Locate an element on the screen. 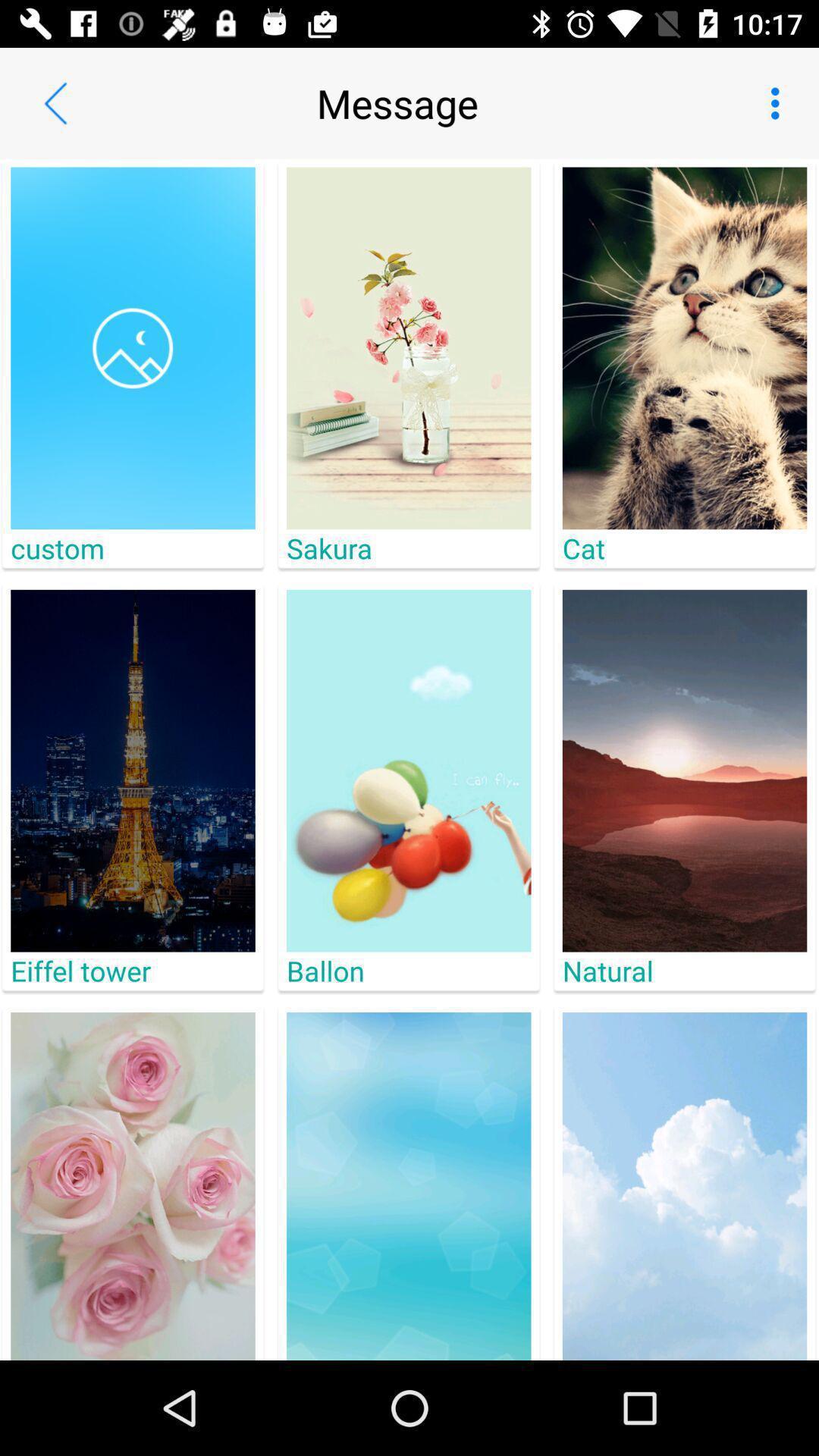 The height and width of the screenshot is (1456, 819). the item to the left of message icon is located at coordinates (55, 102).